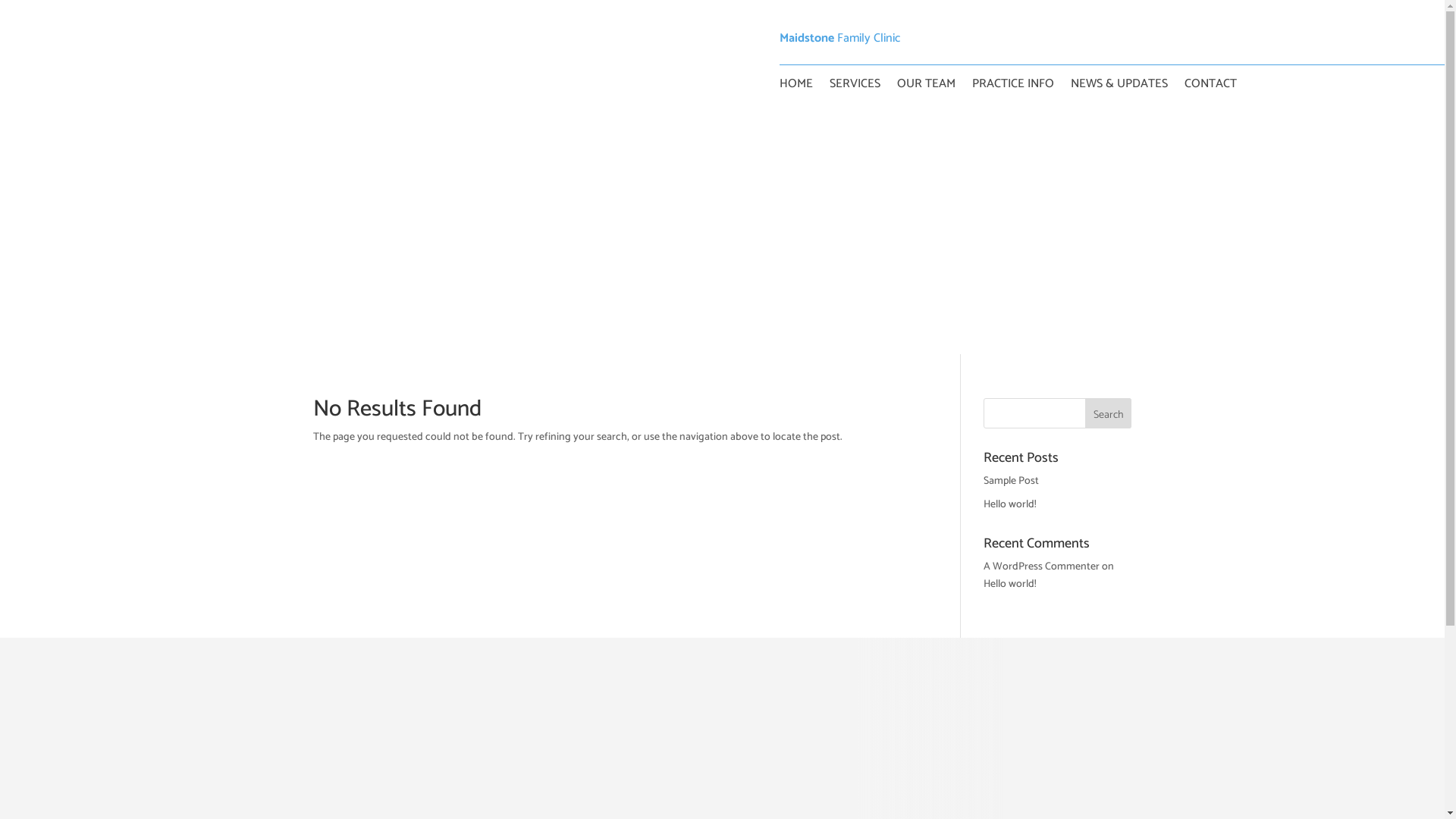  I want to click on 'Search', so click(1109, 413).